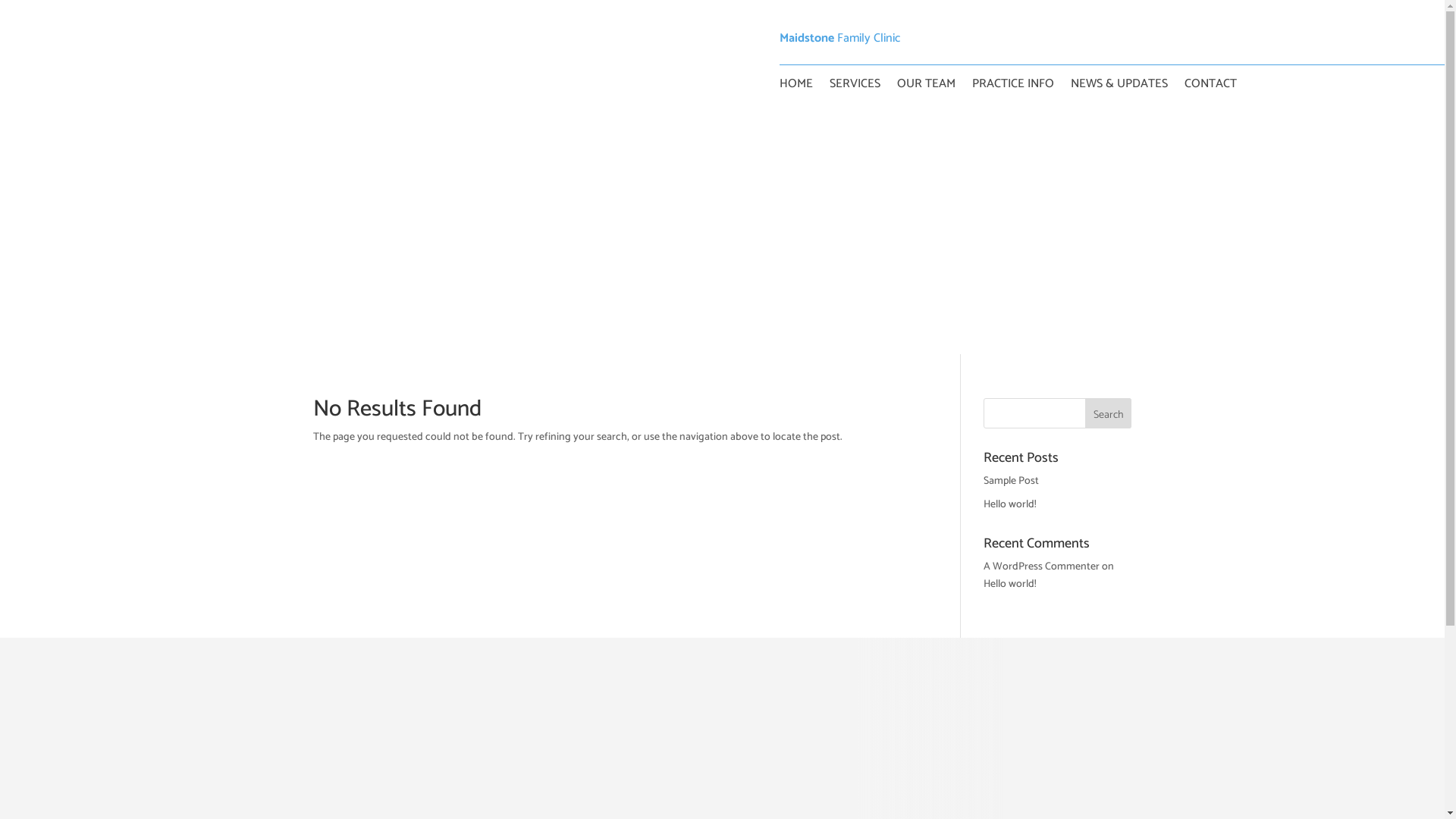  I want to click on 'Search', so click(1109, 413).